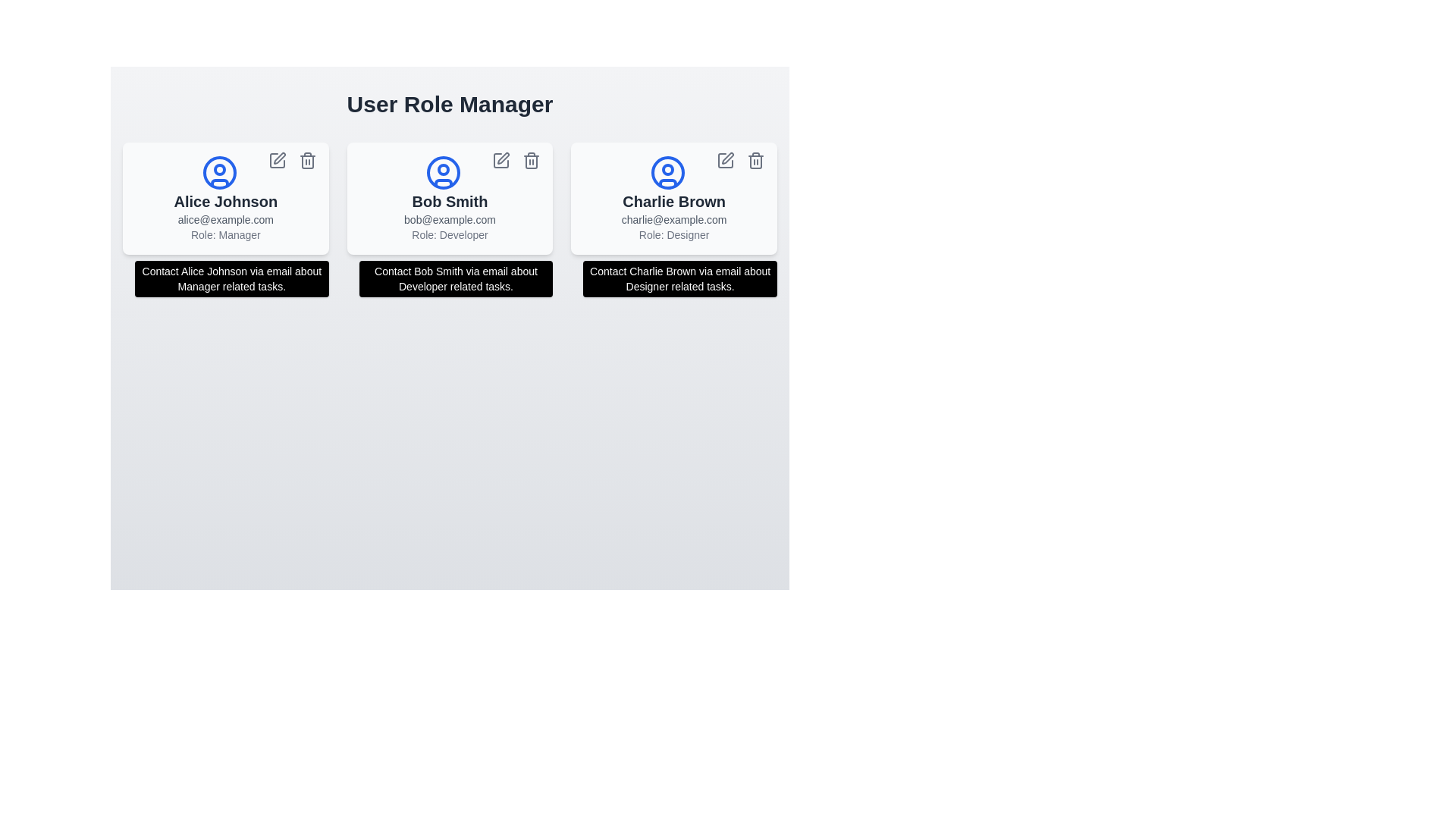 The width and height of the screenshot is (1456, 819). I want to click on information displayed in the tooltip that provides details about contacting 'Charlie Brown' for 'Designer related tasks.', so click(679, 278).